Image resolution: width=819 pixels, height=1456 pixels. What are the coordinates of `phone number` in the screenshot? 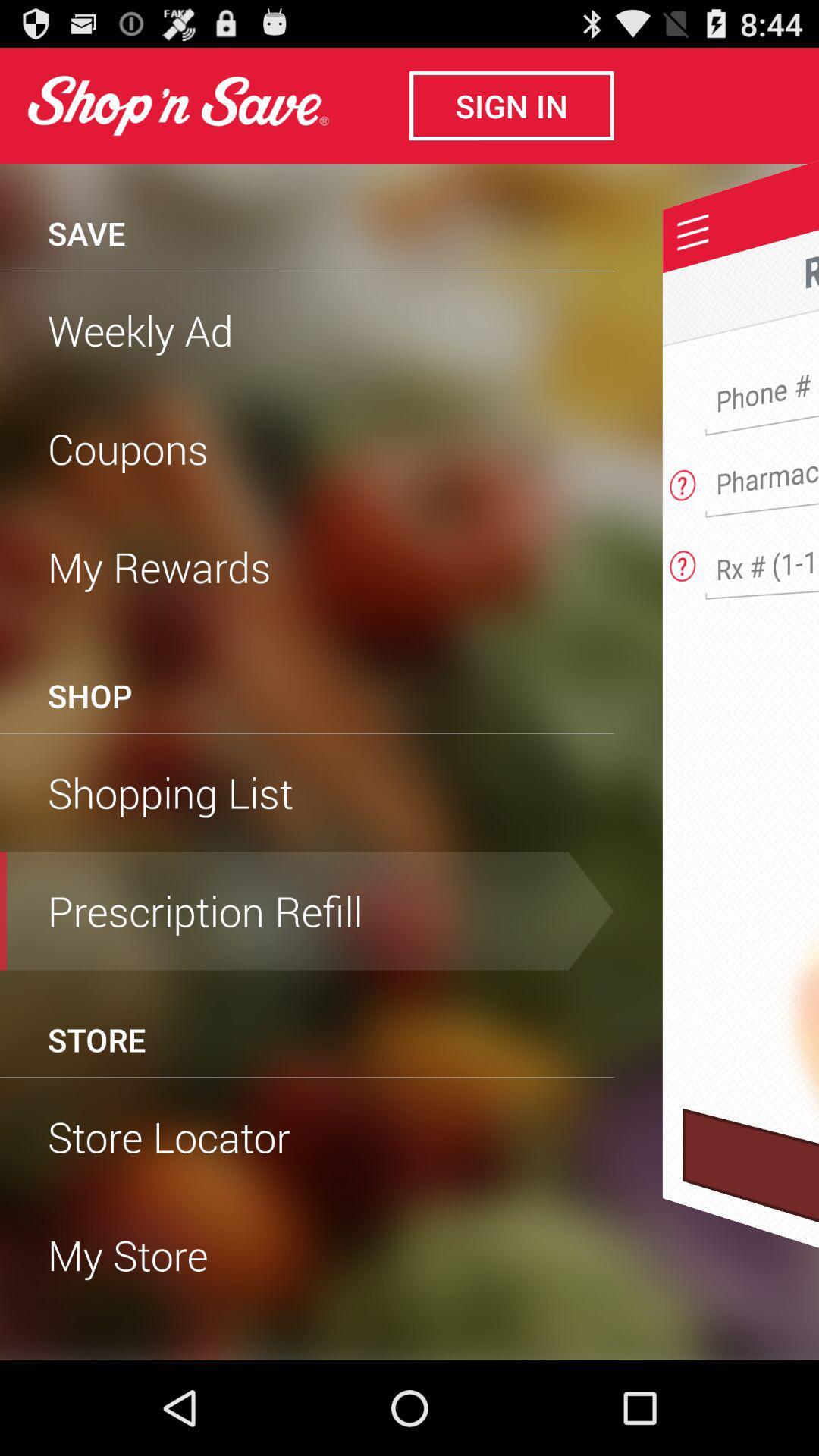 It's located at (767, 352).